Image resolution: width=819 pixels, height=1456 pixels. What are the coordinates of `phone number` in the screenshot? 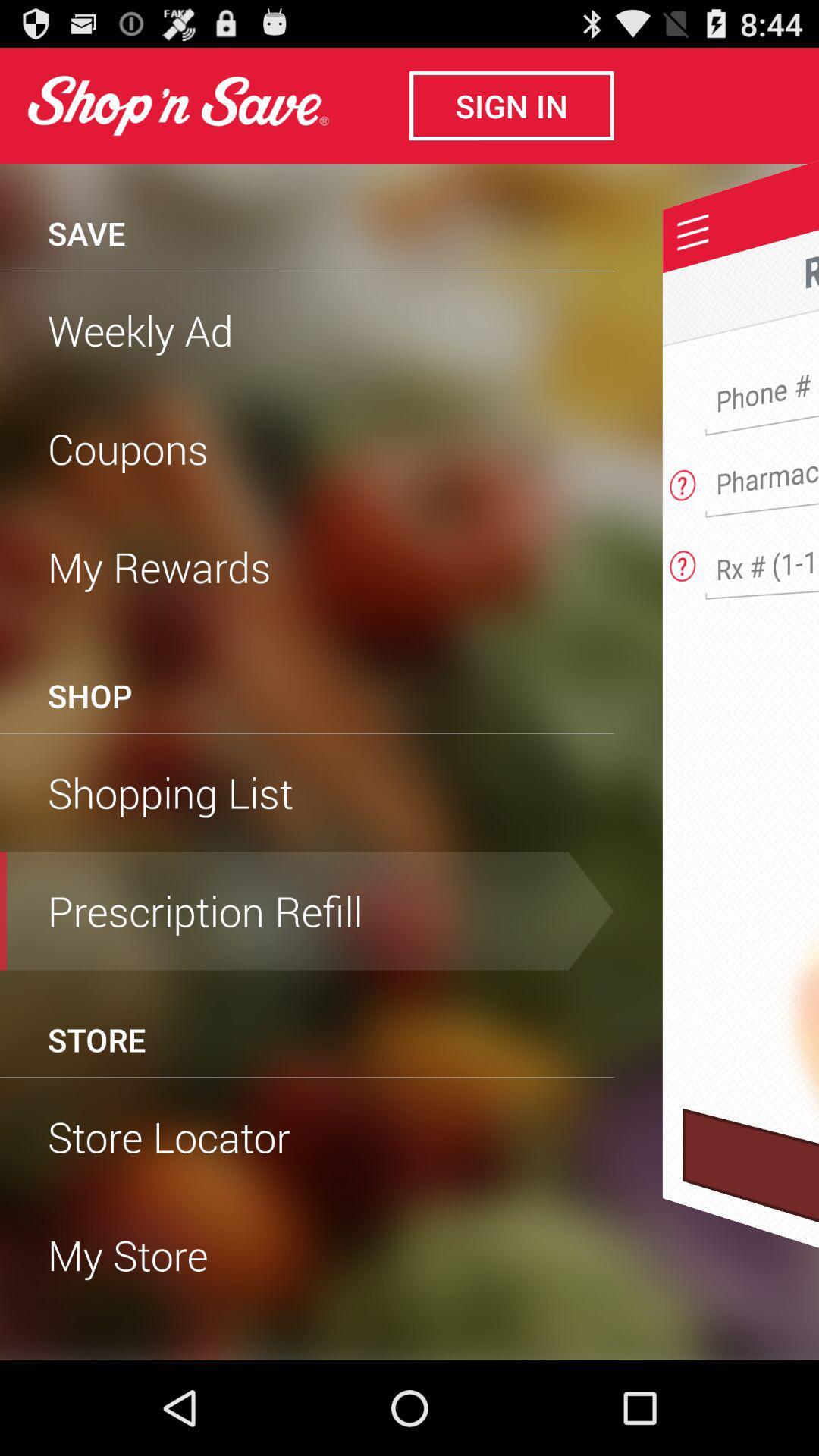 It's located at (767, 352).